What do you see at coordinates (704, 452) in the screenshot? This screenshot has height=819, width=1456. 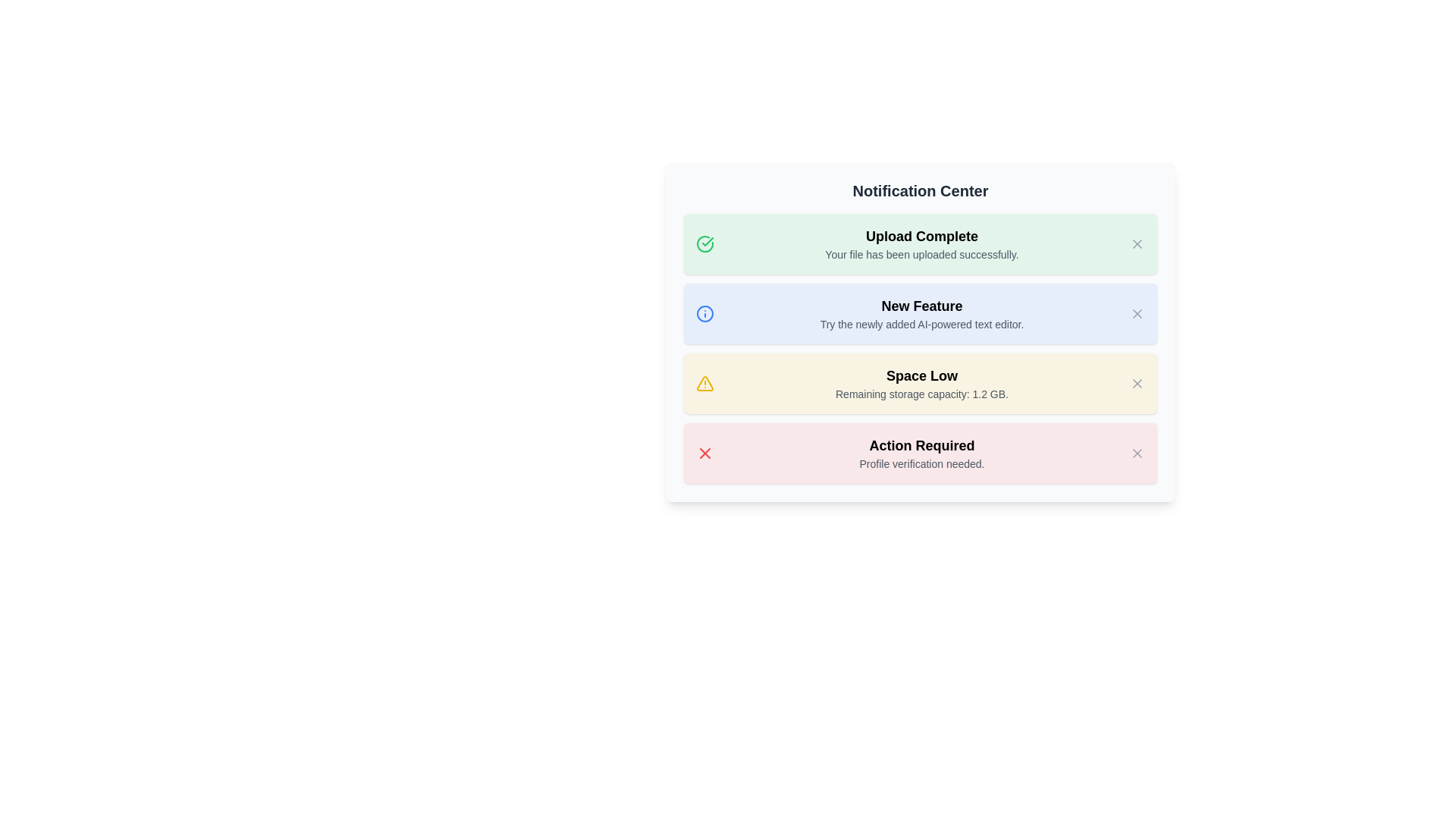 I see `the 'X' icon in the 'Action Required' notification card, which indicates an error or critical attention requirement` at bounding box center [704, 452].